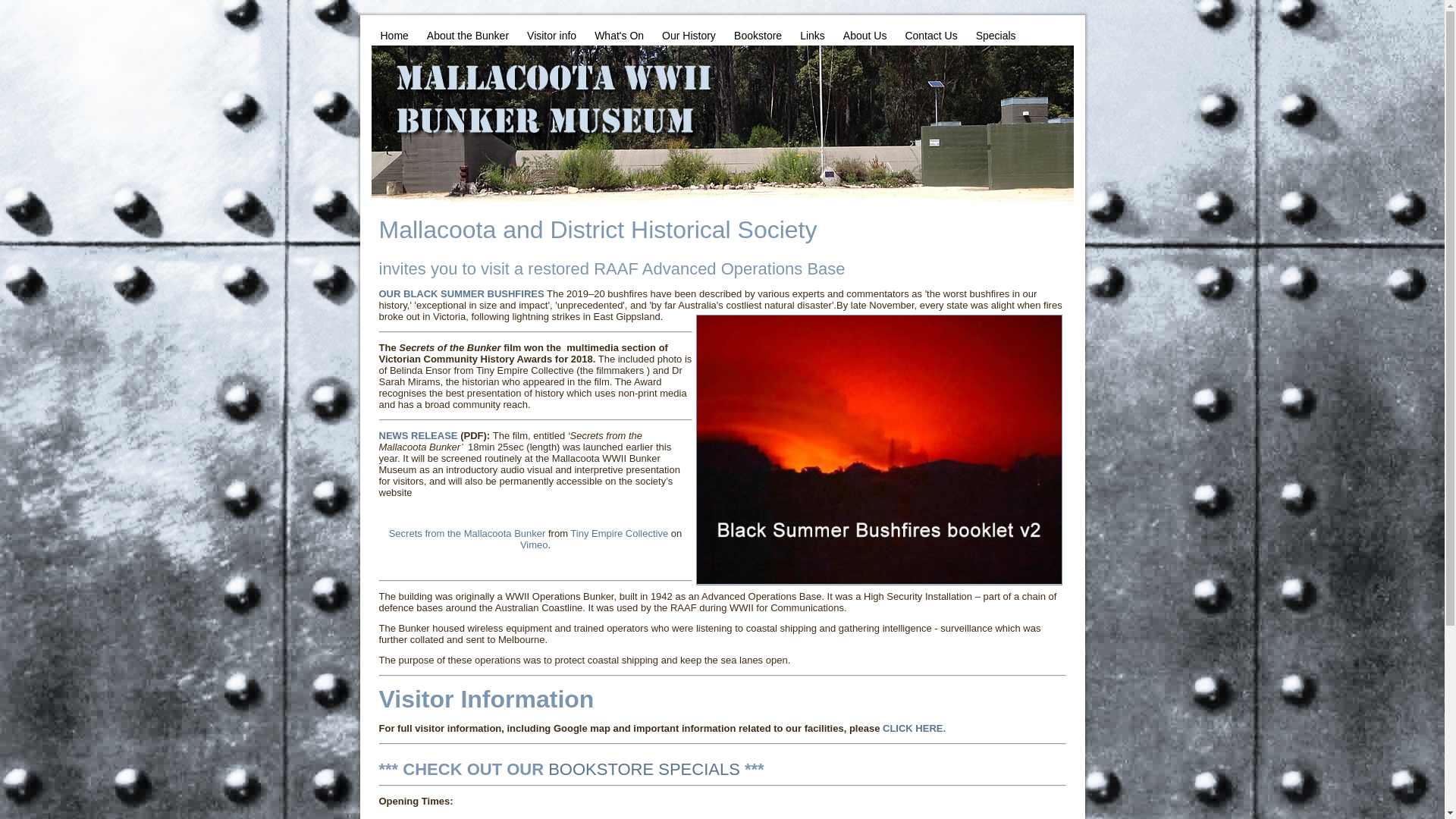 The width and height of the screenshot is (1456, 819). Describe the element at coordinates (913, 727) in the screenshot. I see `'CLICK HERE.'` at that location.